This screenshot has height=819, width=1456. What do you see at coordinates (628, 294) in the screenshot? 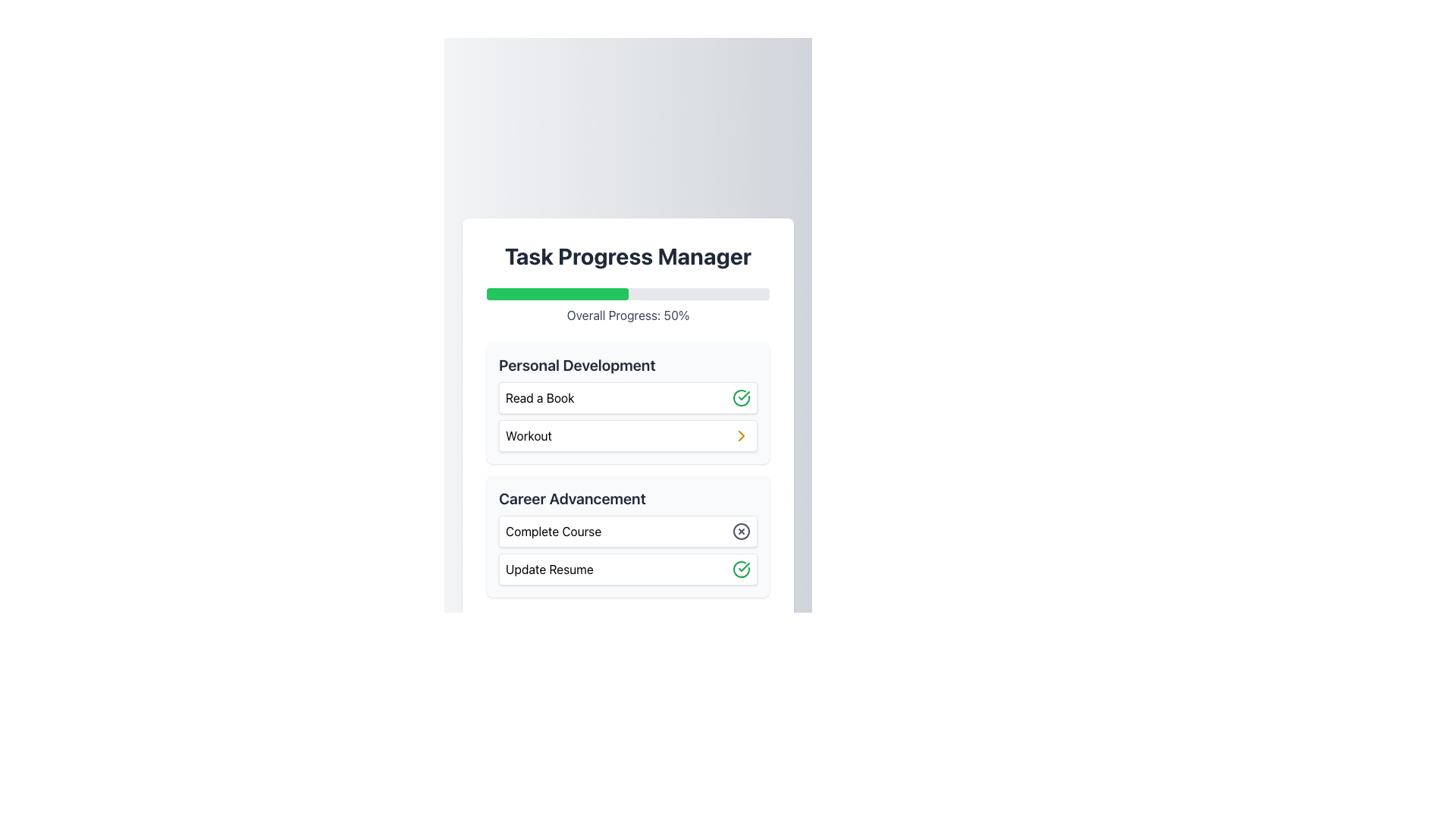
I see `the progress bar located directly below the 'Task Progress Manager' title, which has a light gray background and a green-filled left portion indicating 50% progress` at bounding box center [628, 294].